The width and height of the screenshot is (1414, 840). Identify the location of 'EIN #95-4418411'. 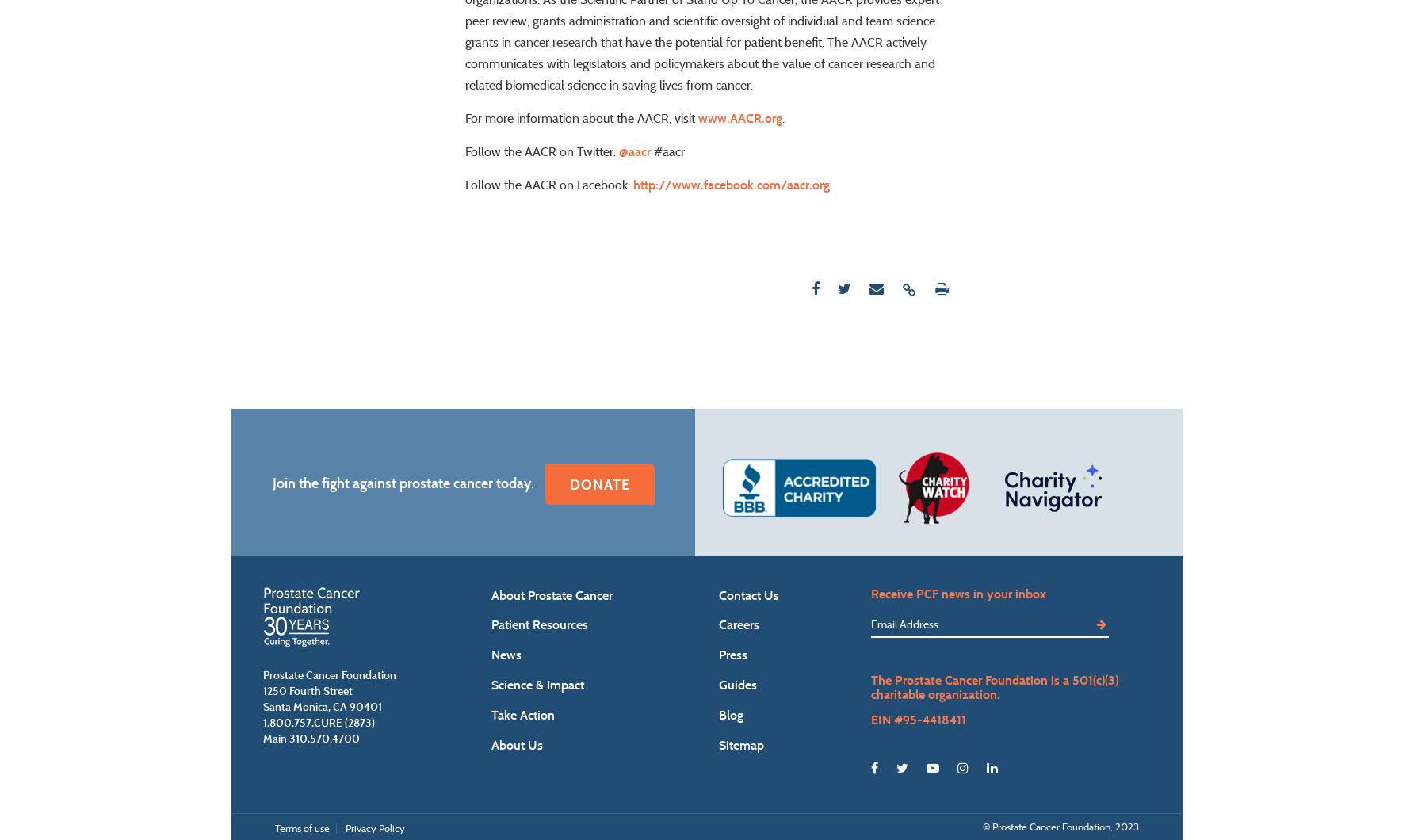
(917, 765).